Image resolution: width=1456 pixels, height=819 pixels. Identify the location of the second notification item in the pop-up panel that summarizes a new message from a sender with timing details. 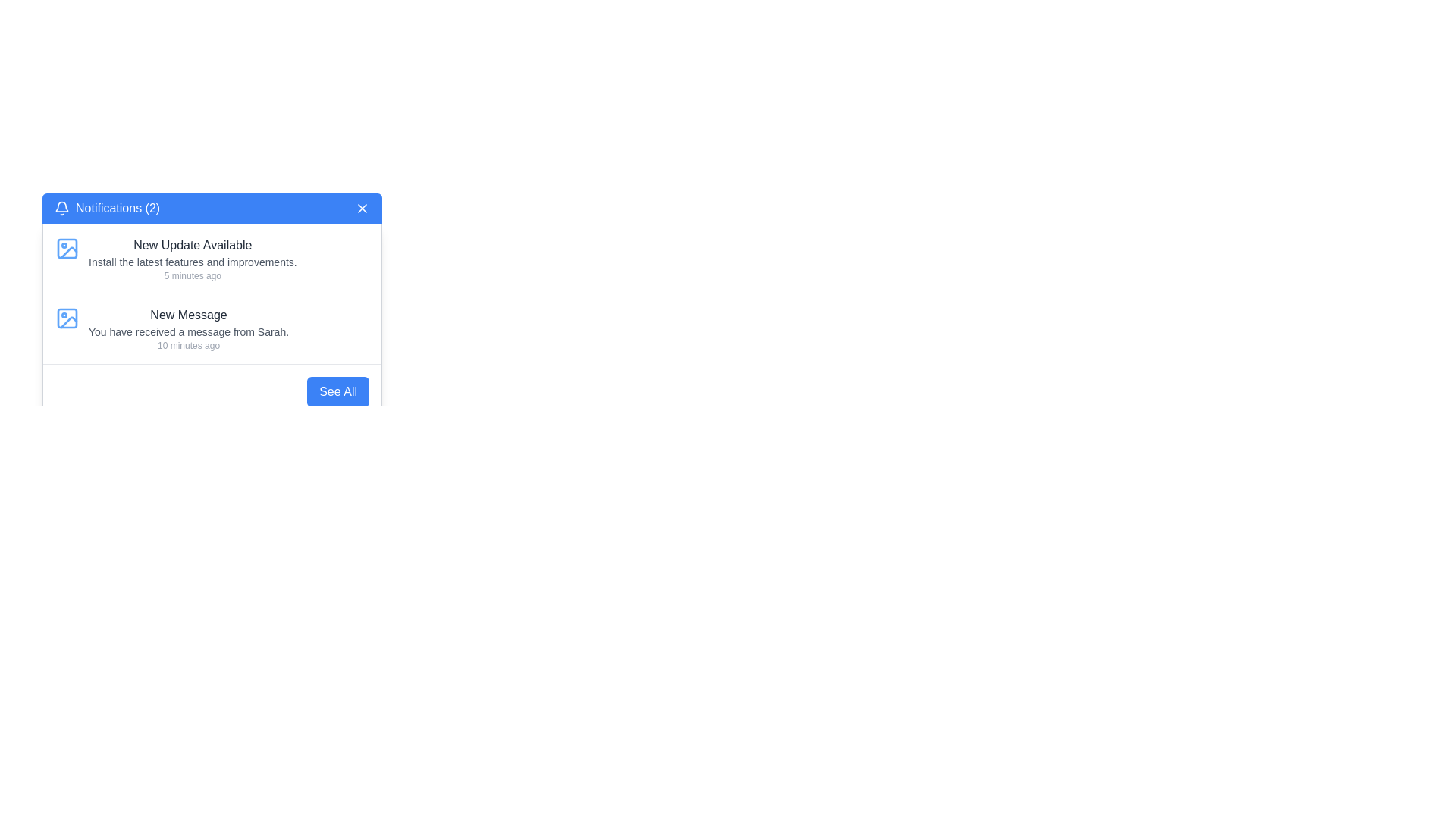
(188, 328).